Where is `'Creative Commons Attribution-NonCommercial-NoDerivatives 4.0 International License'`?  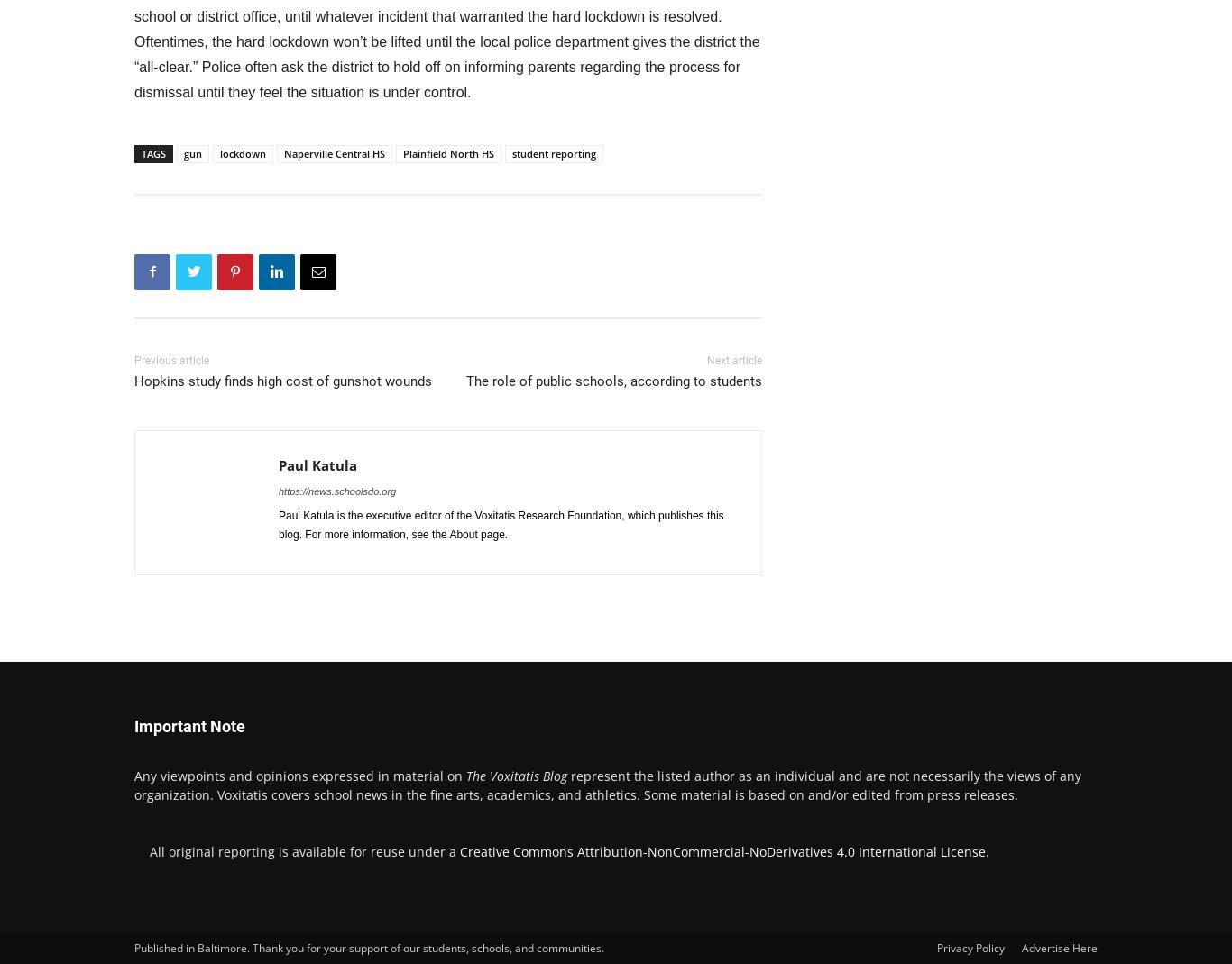 'Creative Commons Attribution-NonCommercial-NoDerivatives 4.0 International License' is located at coordinates (722, 849).